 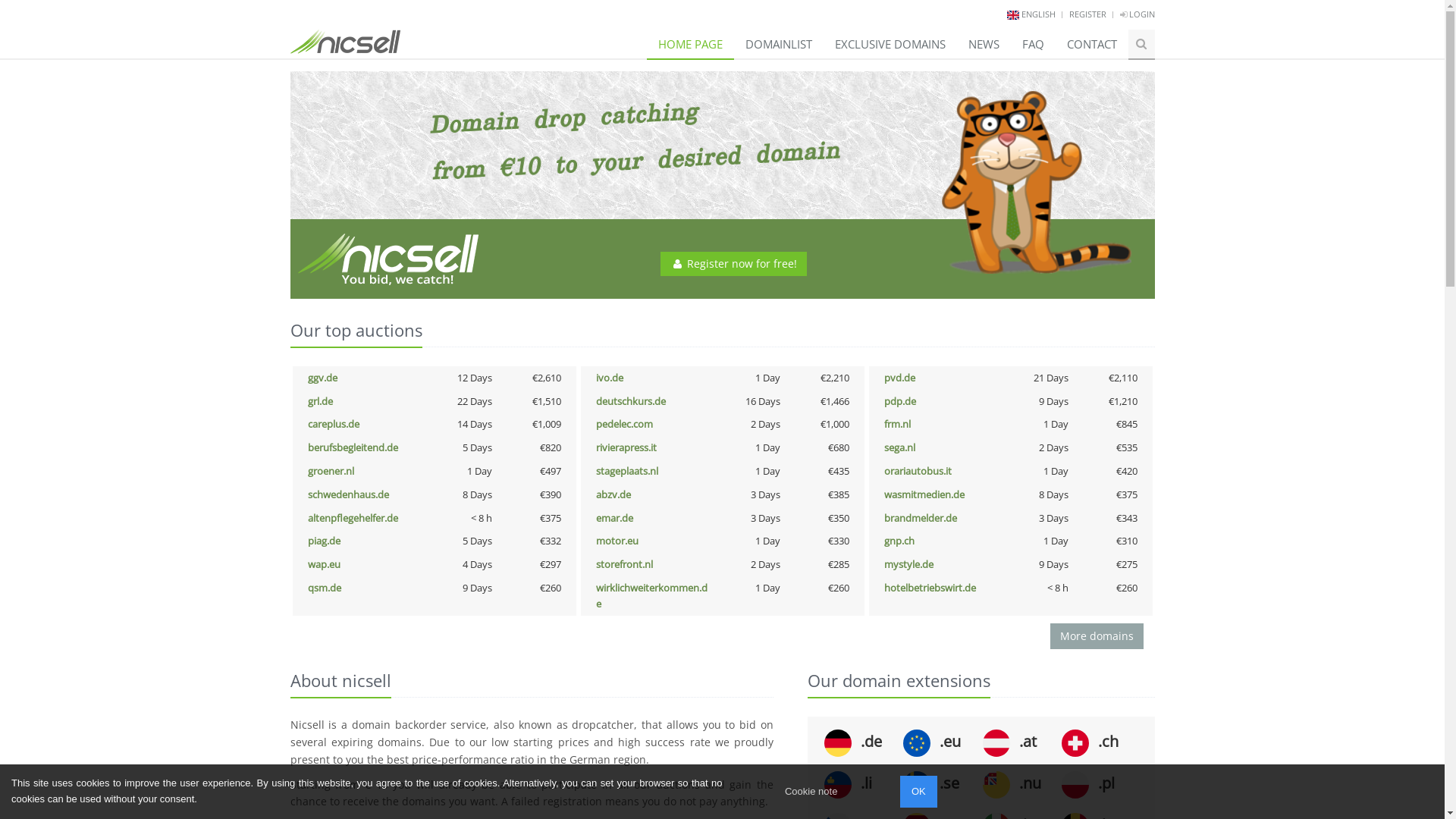 I want to click on 'ivo.de', so click(x=609, y=376).